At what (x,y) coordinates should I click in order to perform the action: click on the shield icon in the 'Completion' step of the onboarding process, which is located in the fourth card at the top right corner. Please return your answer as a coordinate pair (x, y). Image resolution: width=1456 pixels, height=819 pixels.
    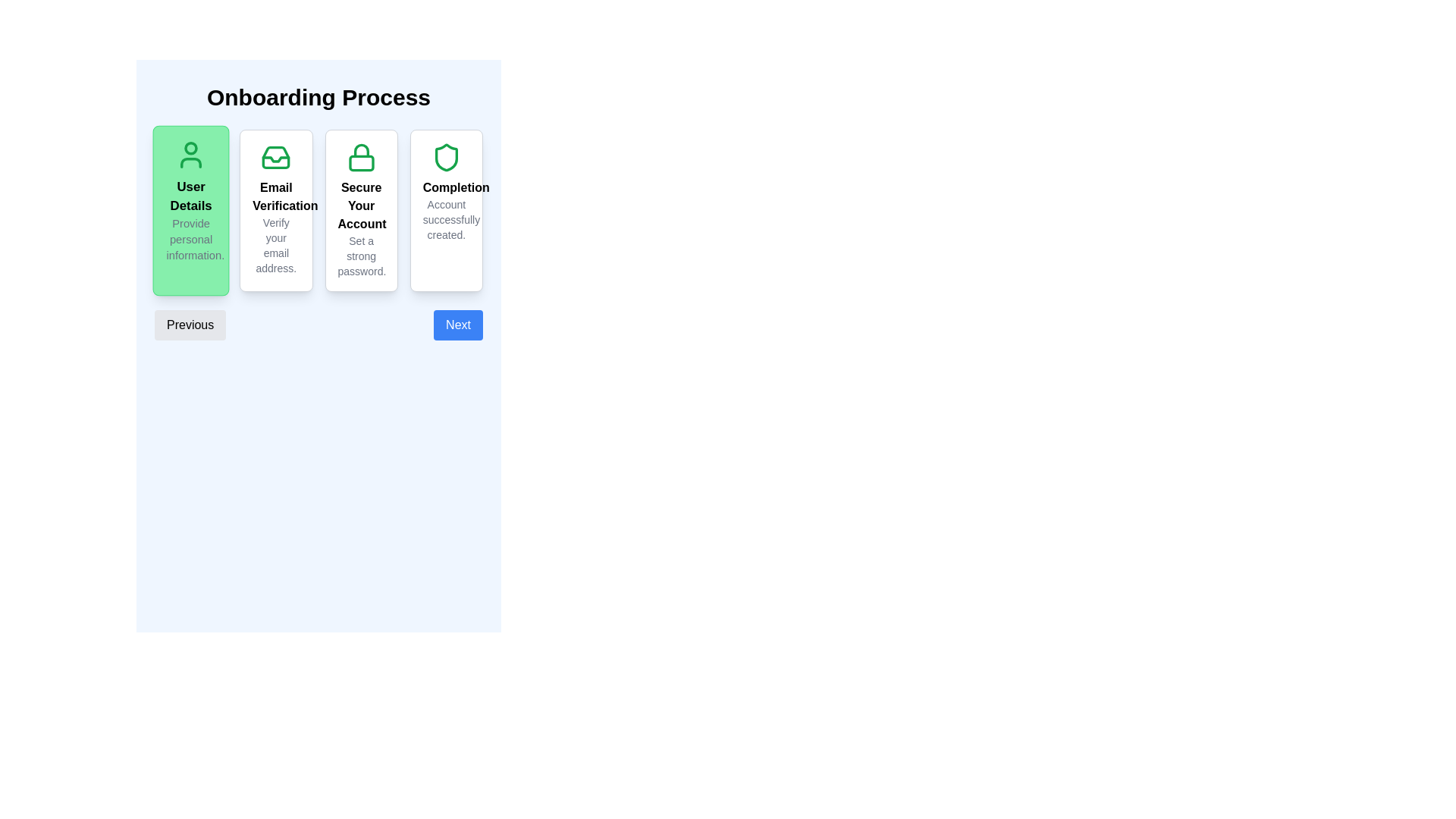
    Looking at the image, I should click on (445, 158).